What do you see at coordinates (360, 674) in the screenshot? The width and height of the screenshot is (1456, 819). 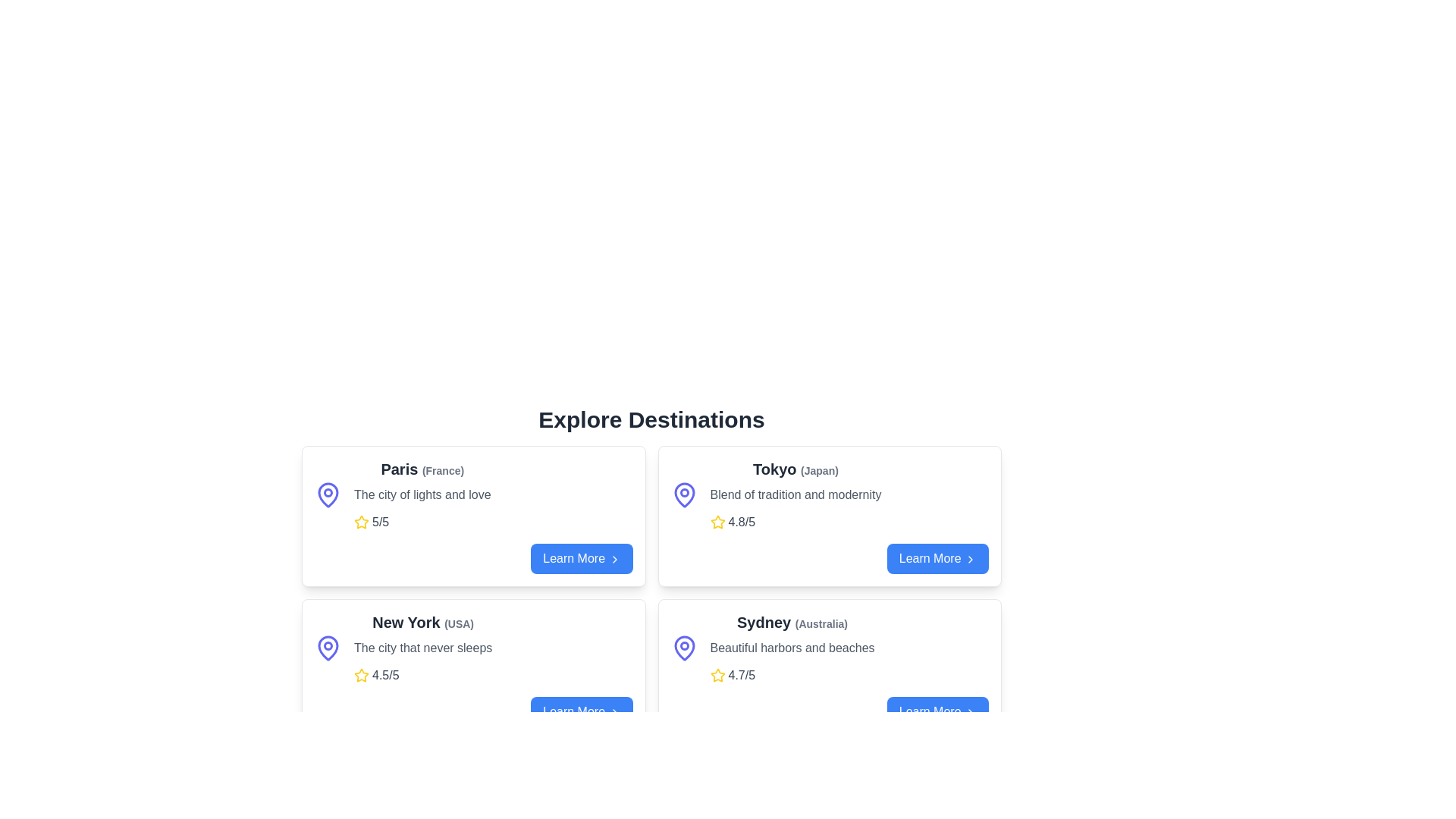 I see `the yellow five-pointed star icon indicating the rating, located beneath the 'Explore Destinations' label on the 'Paris' card, in the rating section` at bounding box center [360, 674].